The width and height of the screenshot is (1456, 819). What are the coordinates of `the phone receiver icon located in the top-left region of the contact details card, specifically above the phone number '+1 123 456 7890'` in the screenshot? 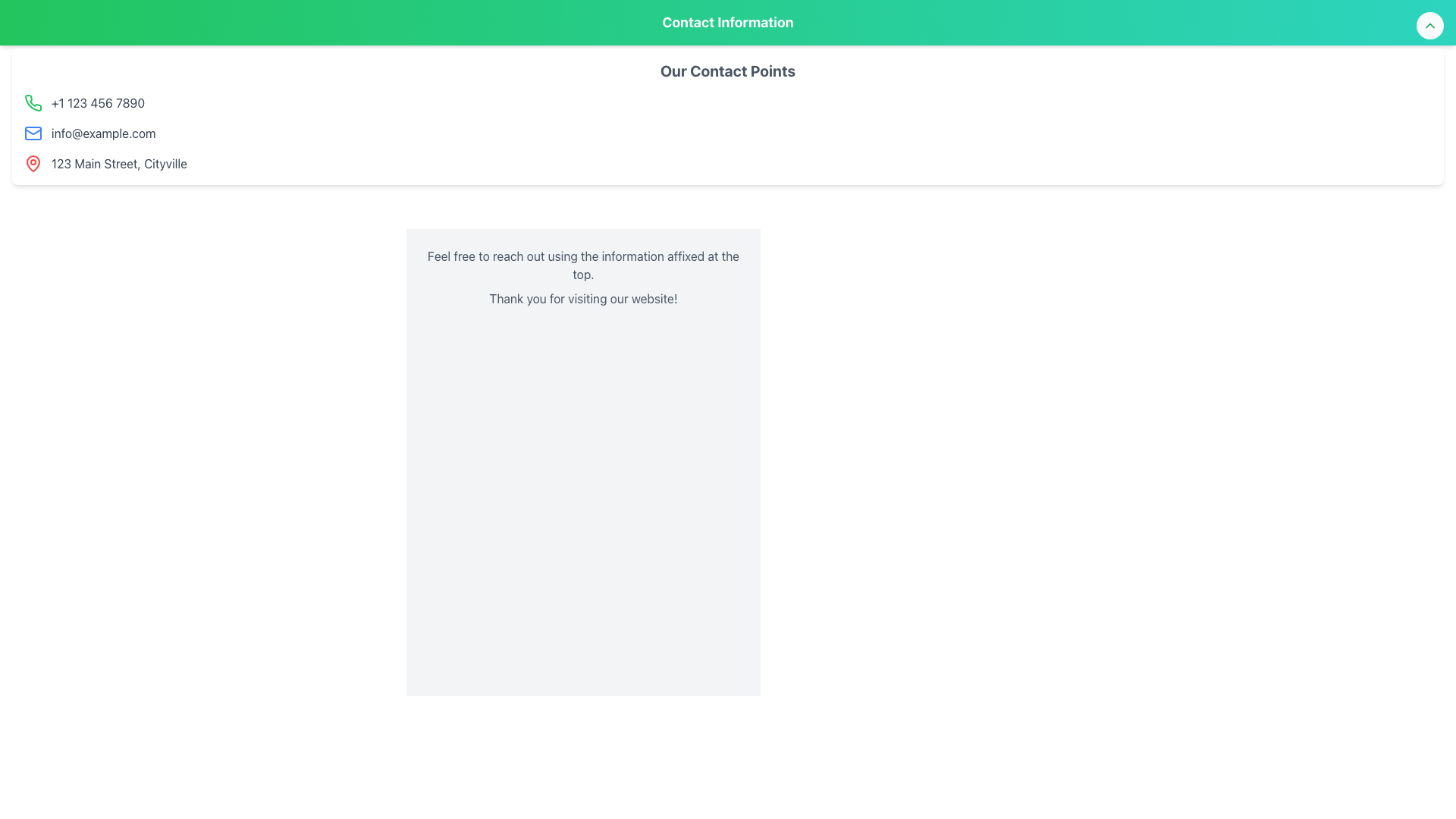 It's located at (33, 102).